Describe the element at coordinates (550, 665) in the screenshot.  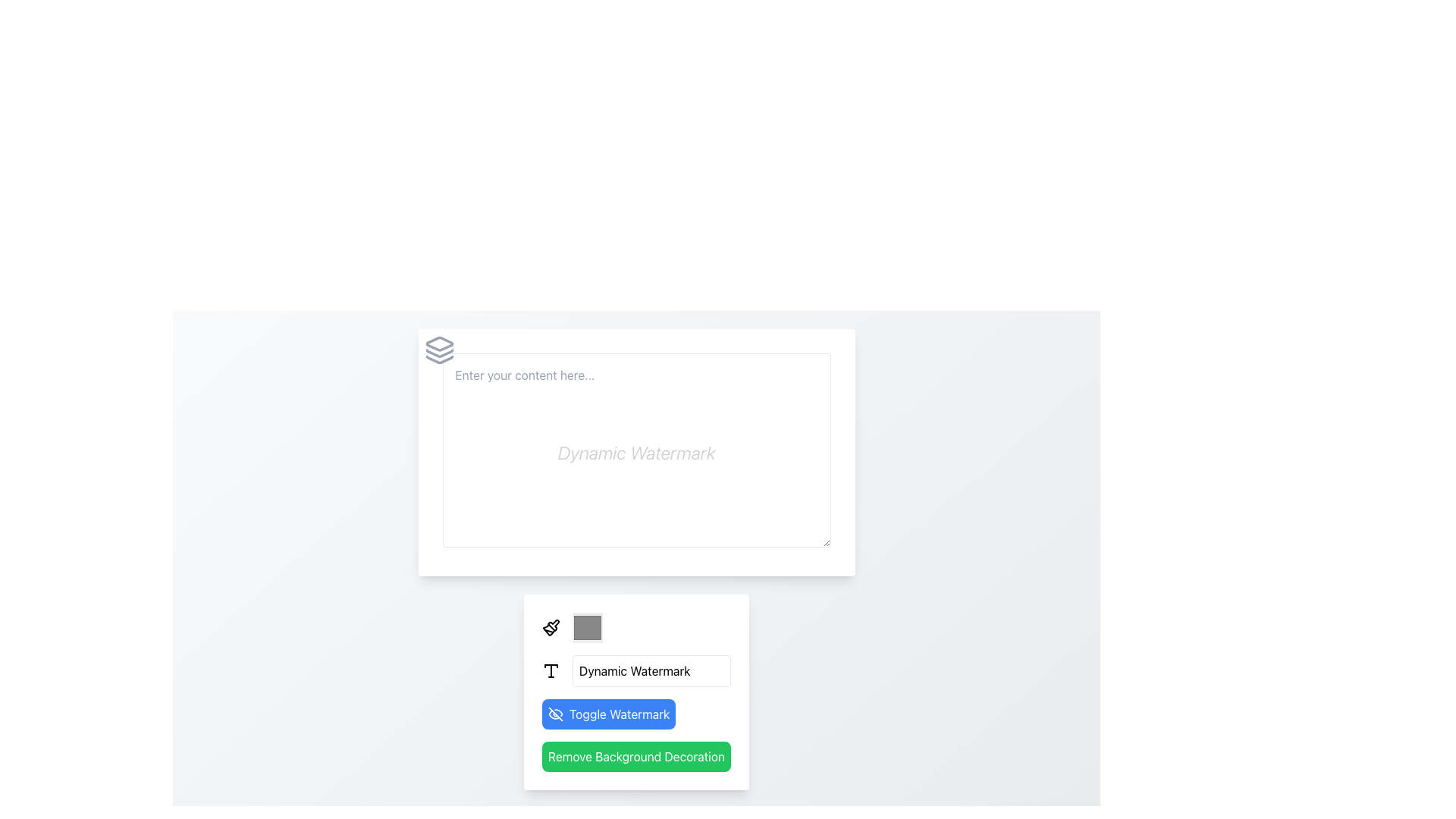
I see `properties of the topmost geometric shape within the SVG graphic located near the top left of the component featuring text inputs and buttons` at that location.